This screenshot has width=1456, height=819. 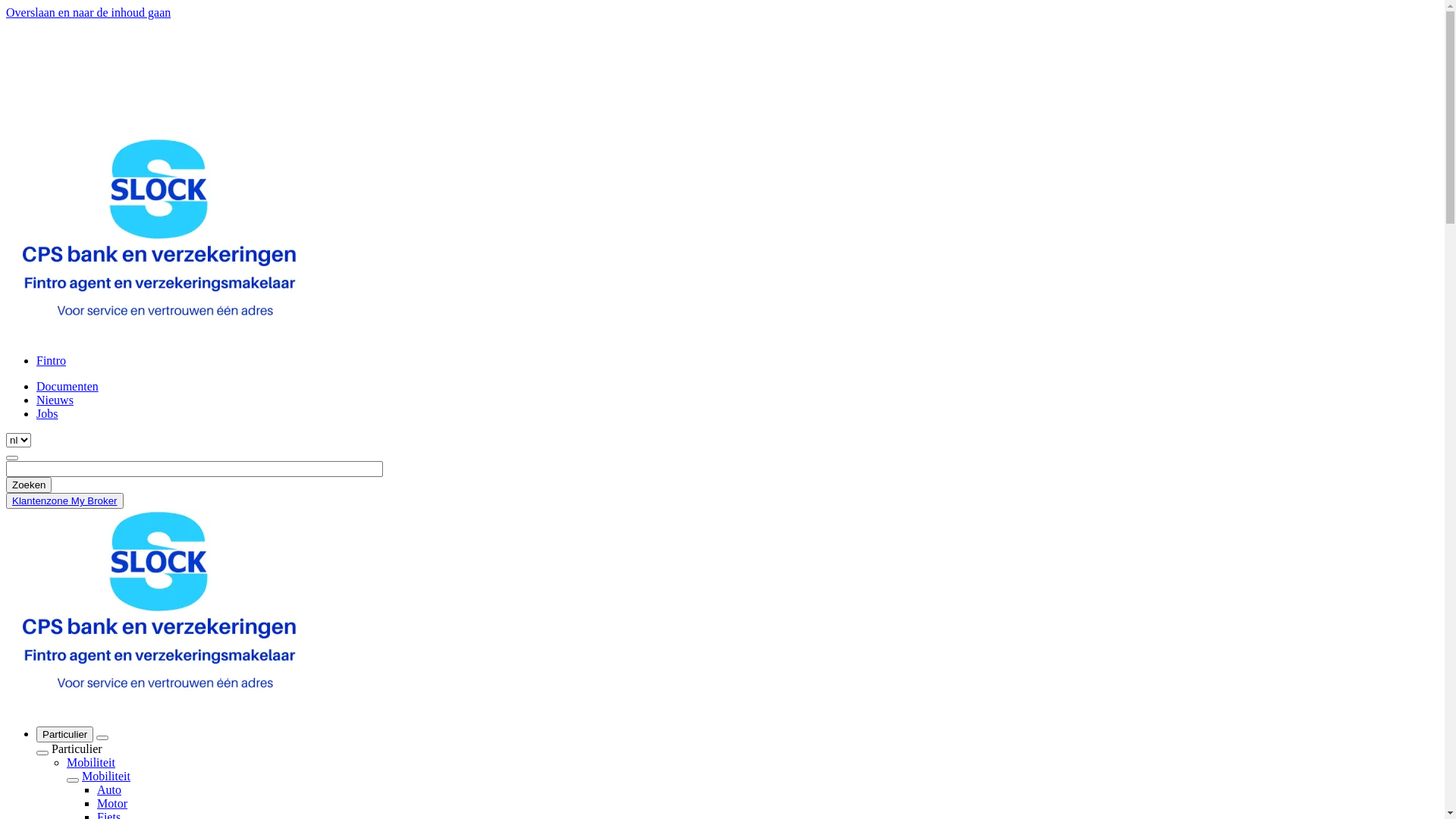 I want to click on 'Mobiliteit', so click(x=105, y=776).